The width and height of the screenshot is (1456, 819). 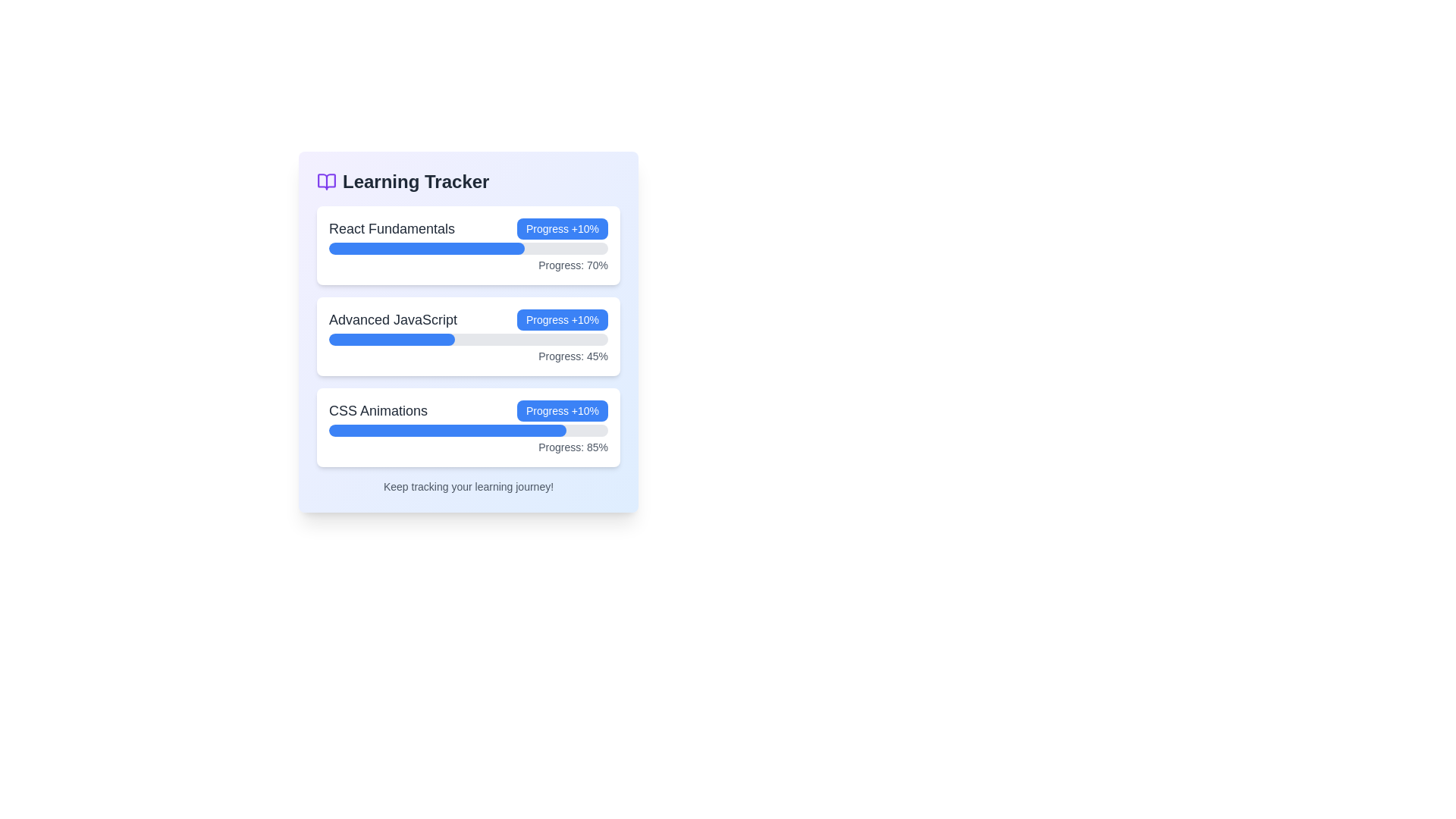 I want to click on the second card from the top in the 'Learning Tracker' section, which tracks progress in the course 'Advanced JavaScript', so click(x=468, y=335).